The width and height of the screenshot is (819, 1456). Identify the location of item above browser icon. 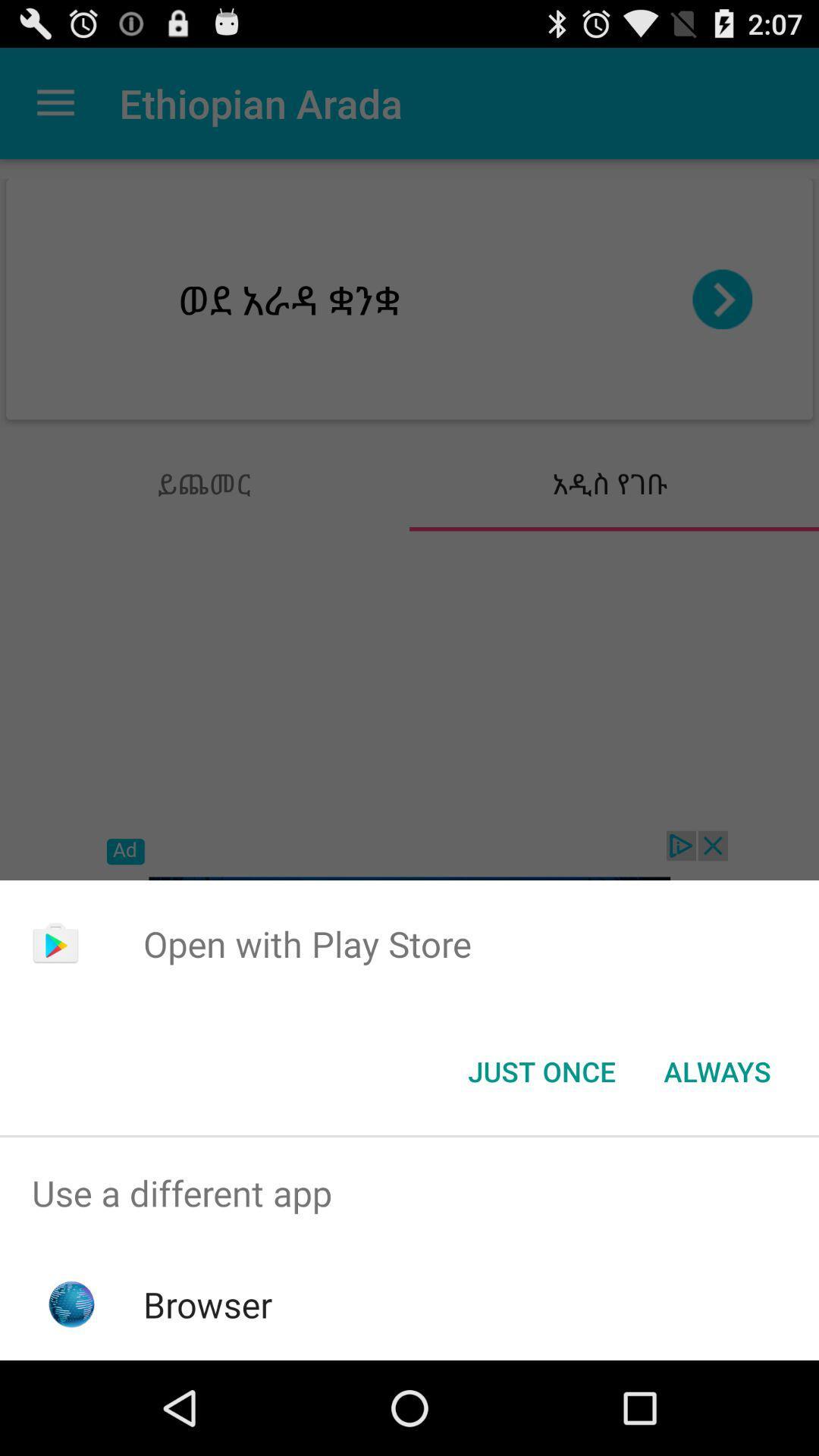
(409, 1192).